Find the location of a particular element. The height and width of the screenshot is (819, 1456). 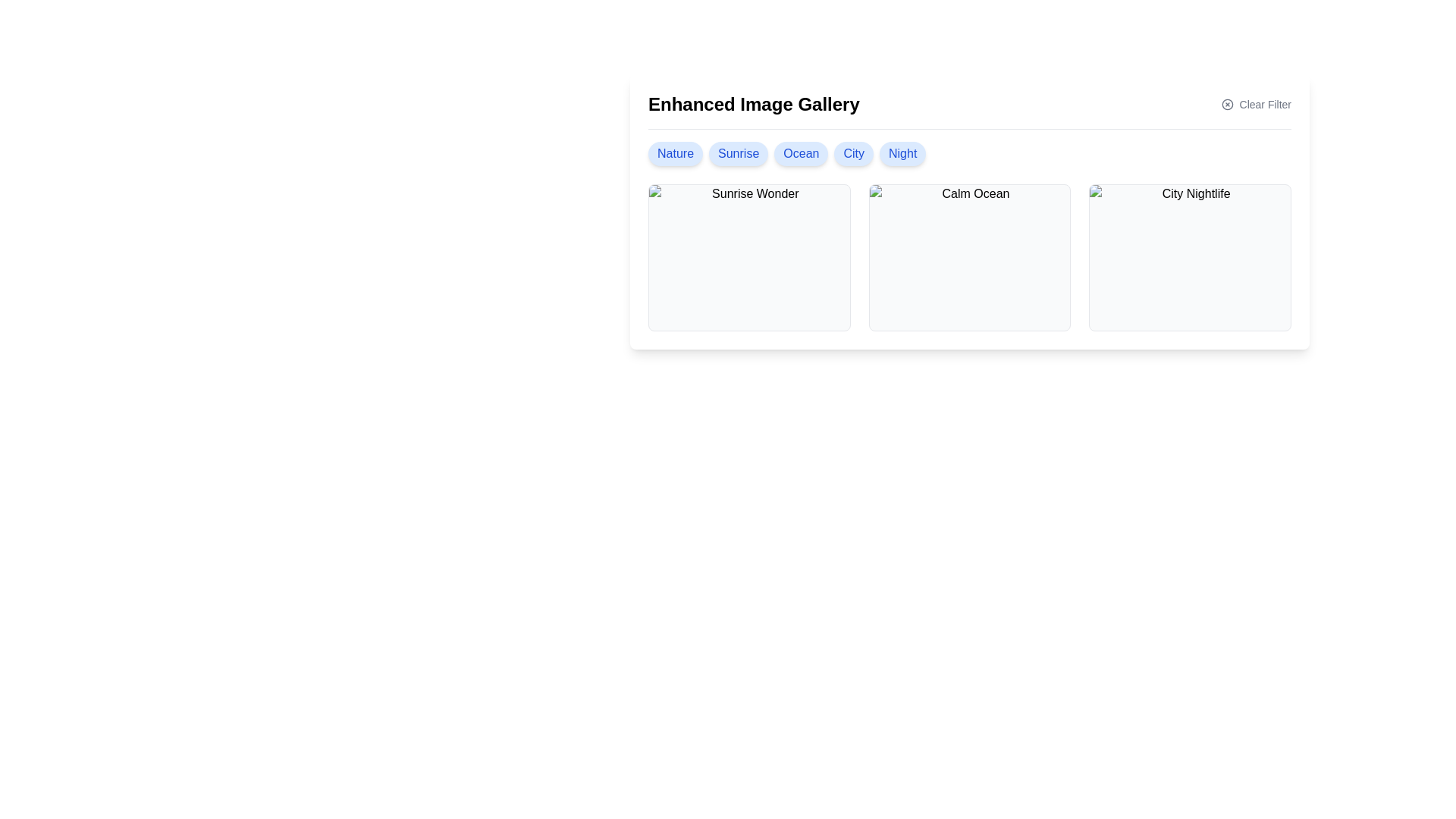

the image representing 'Sunrise Wonder' in the gallery is located at coordinates (749, 256).